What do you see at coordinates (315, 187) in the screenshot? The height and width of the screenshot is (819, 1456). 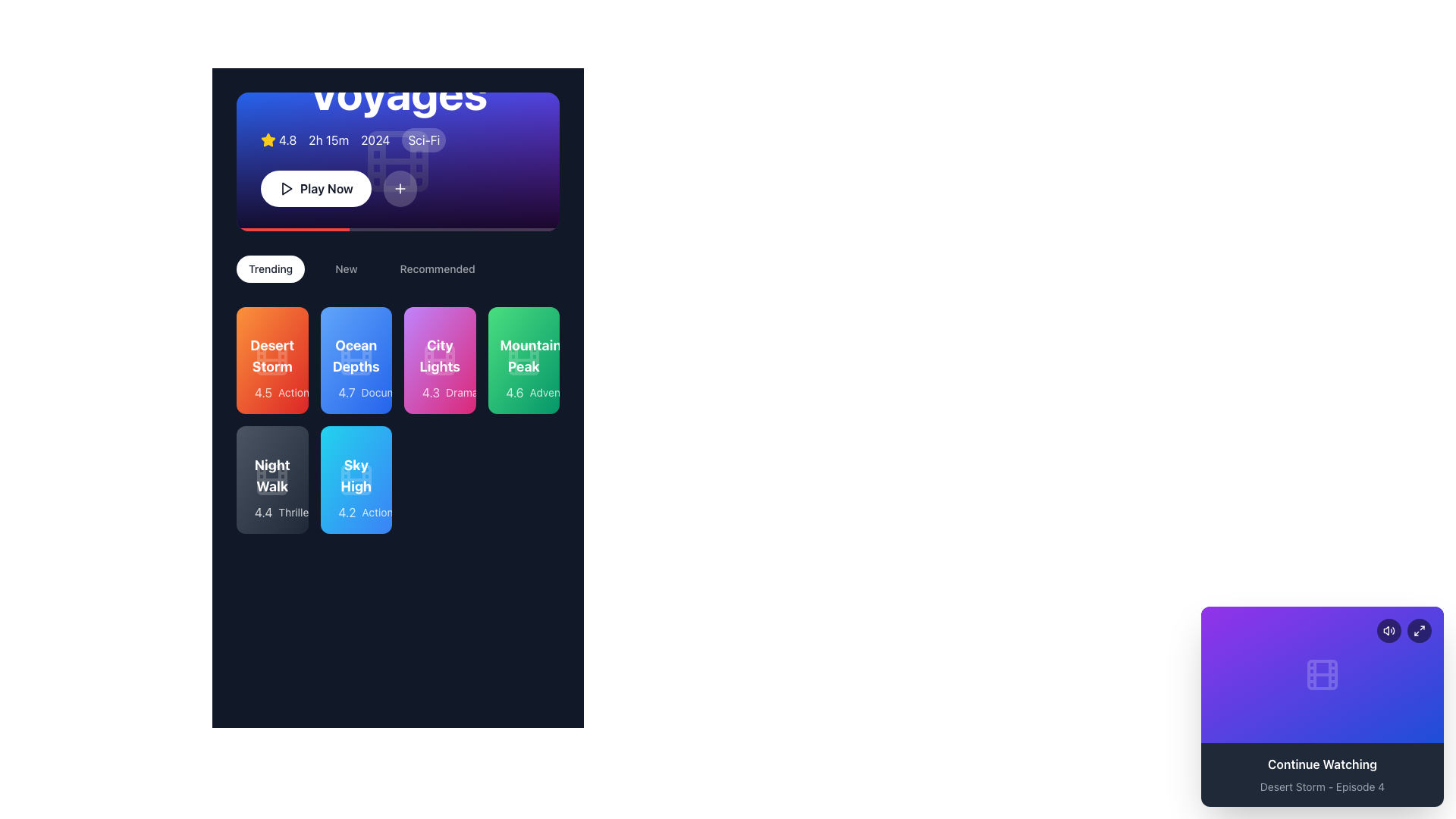 I see `the leftmost button below the title banner` at bounding box center [315, 187].